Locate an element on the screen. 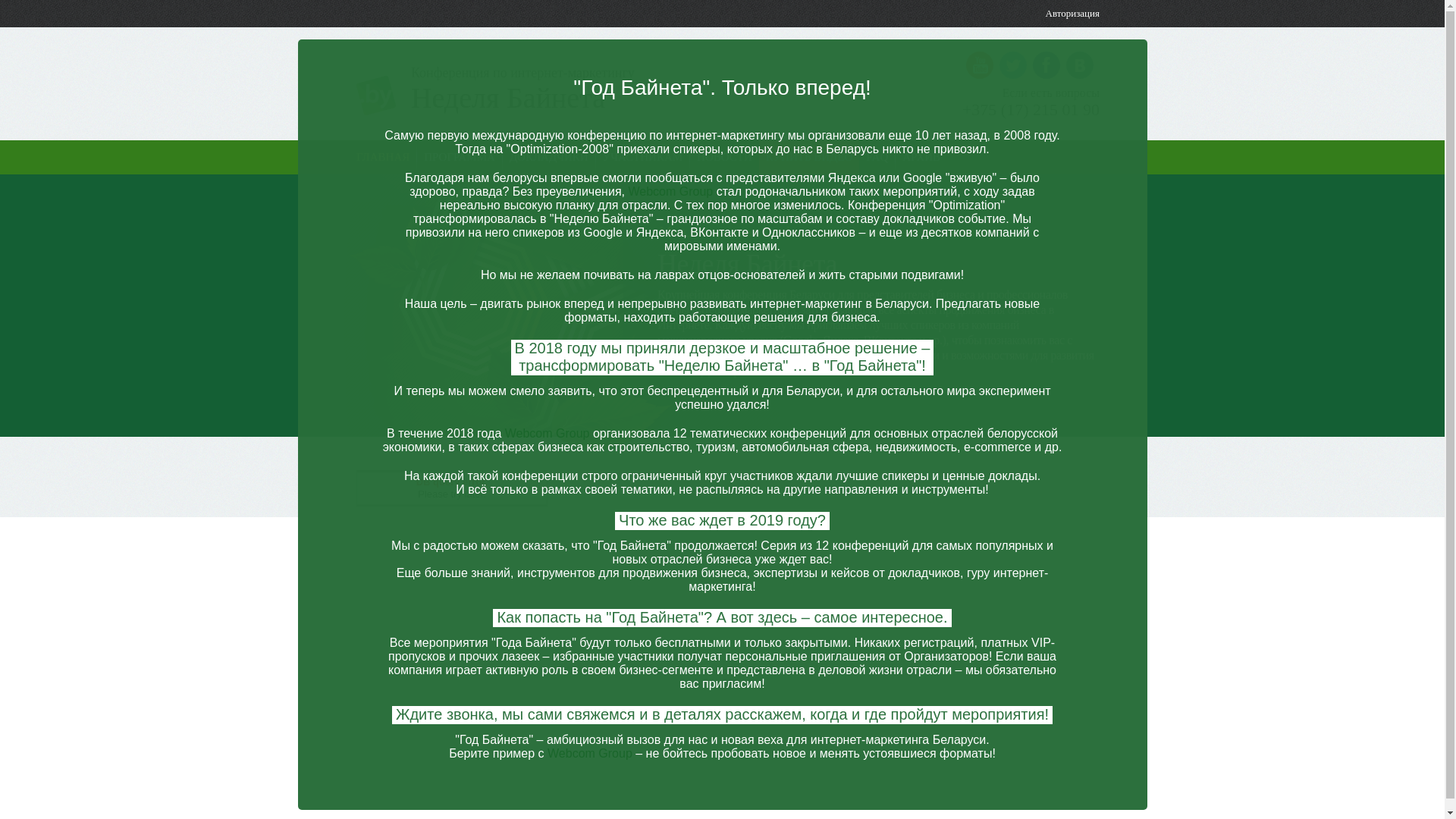 This screenshot has width=1456, height=819. 'FAQ' is located at coordinates (877, 157).